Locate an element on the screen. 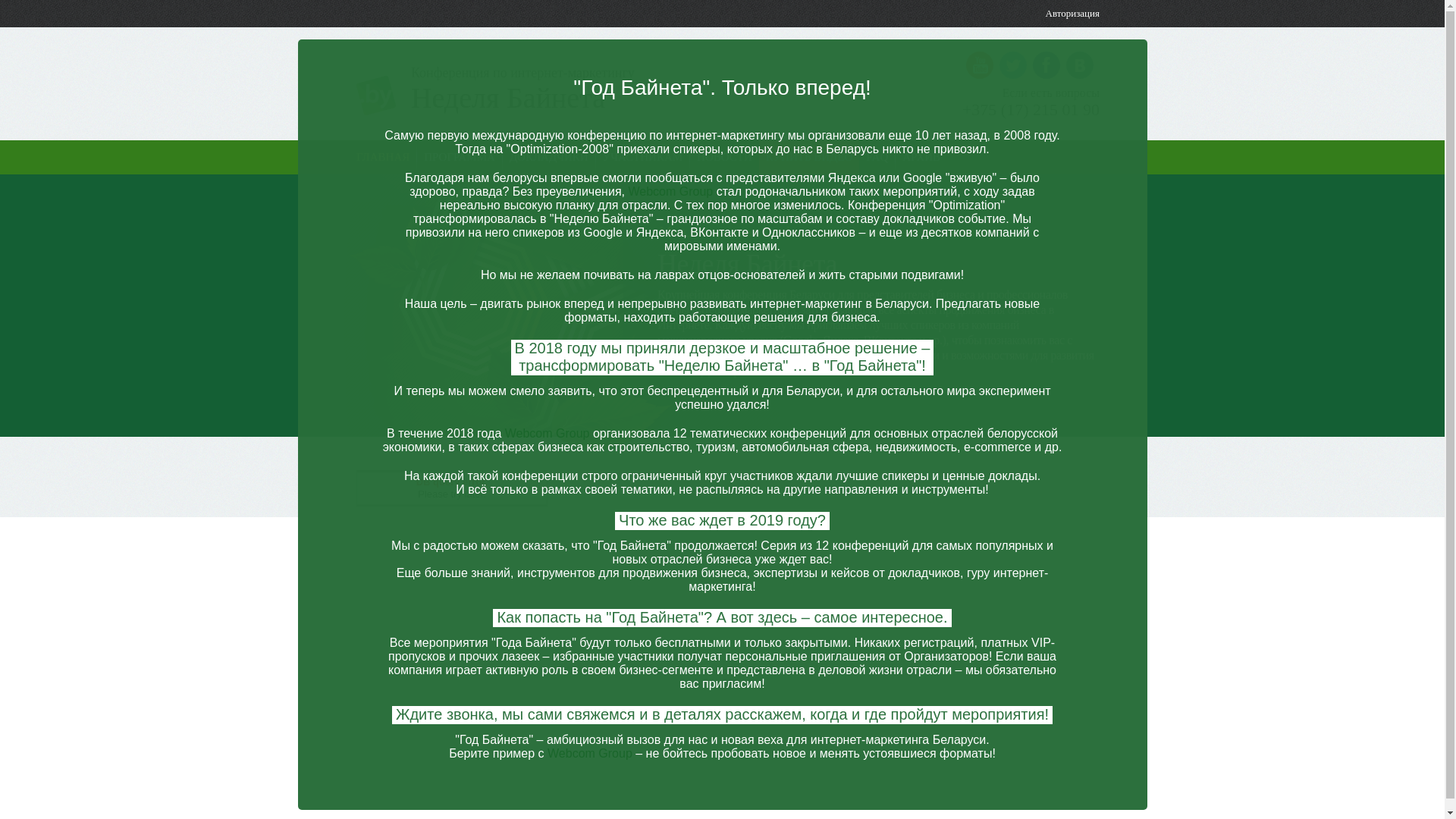 This screenshot has width=1456, height=819. 'FAQ' is located at coordinates (877, 157).